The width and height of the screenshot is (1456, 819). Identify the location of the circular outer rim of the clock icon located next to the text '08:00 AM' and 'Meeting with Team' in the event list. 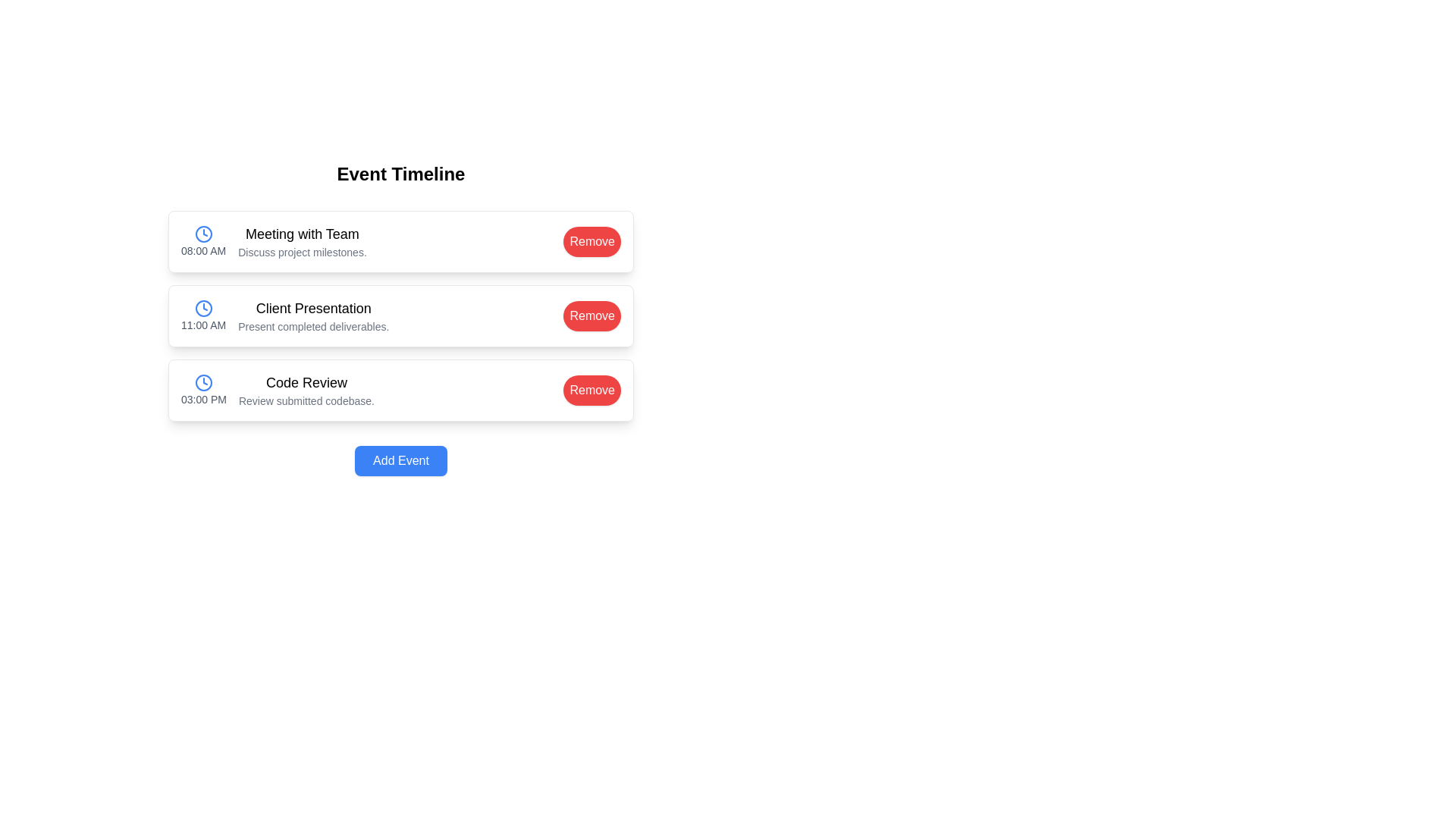
(202, 234).